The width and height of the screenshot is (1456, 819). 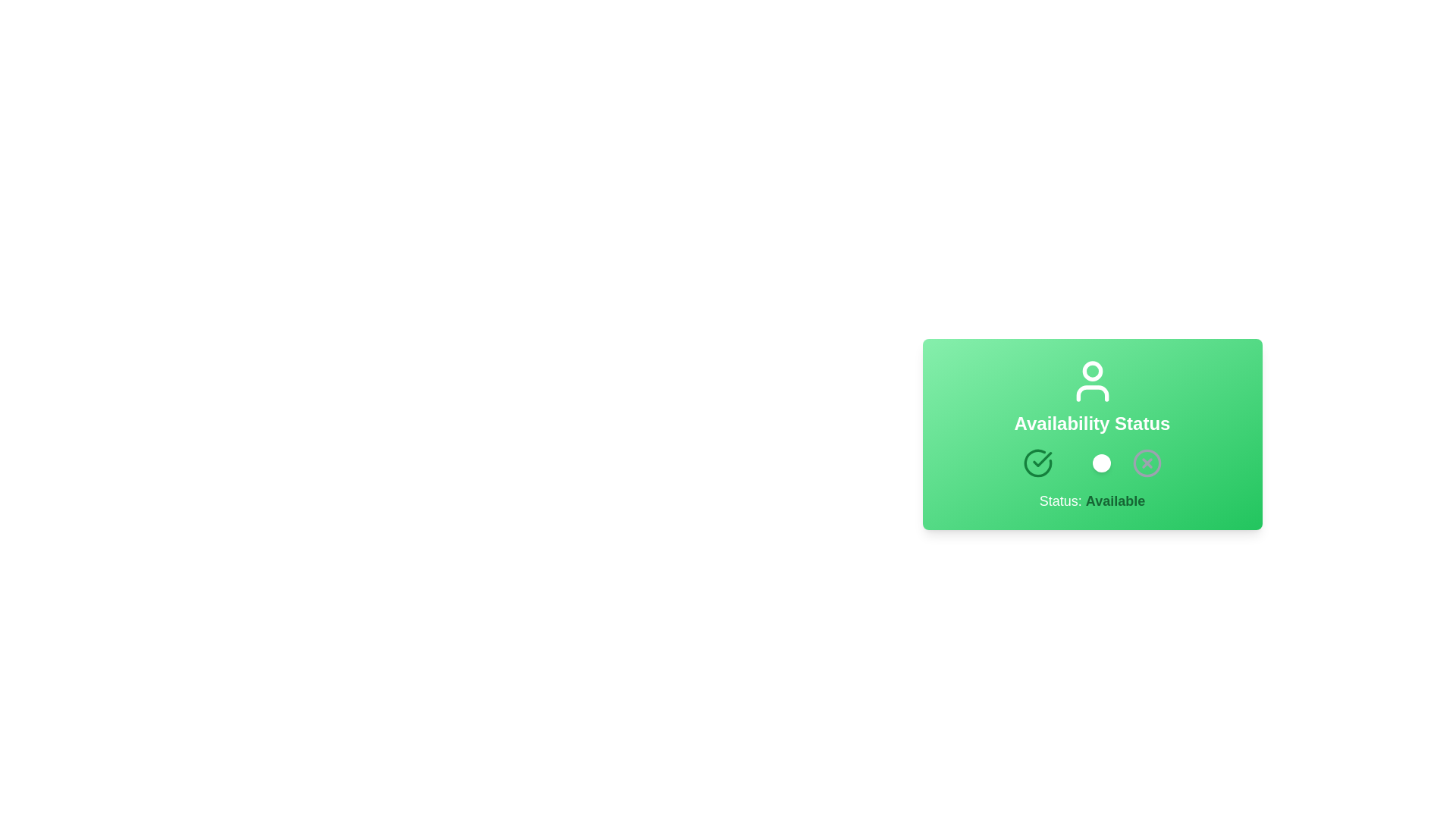 What do you see at coordinates (1092, 380) in the screenshot?
I see `the user availability status icon` at bounding box center [1092, 380].